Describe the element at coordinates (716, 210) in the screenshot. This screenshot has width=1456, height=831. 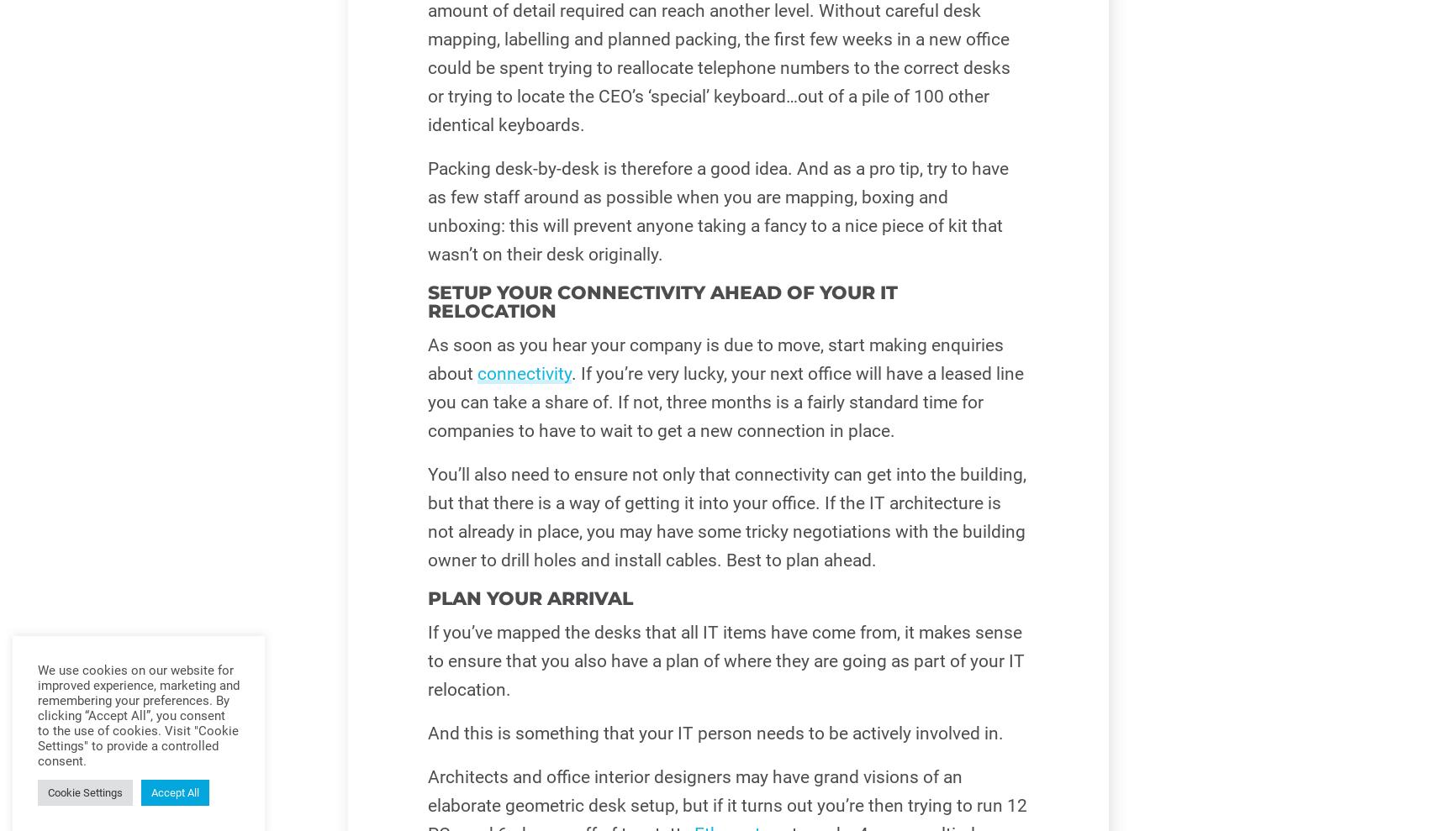
I see `'Packing desk-by-desk is therefore a good idea. And as a pro tip, try to have as few staff around as possible when you are mapping, boxing and unboxing: this will prevent anyone taking a fancy to a nice piece of kit that wasn’t on their desk originally.'` at that location.